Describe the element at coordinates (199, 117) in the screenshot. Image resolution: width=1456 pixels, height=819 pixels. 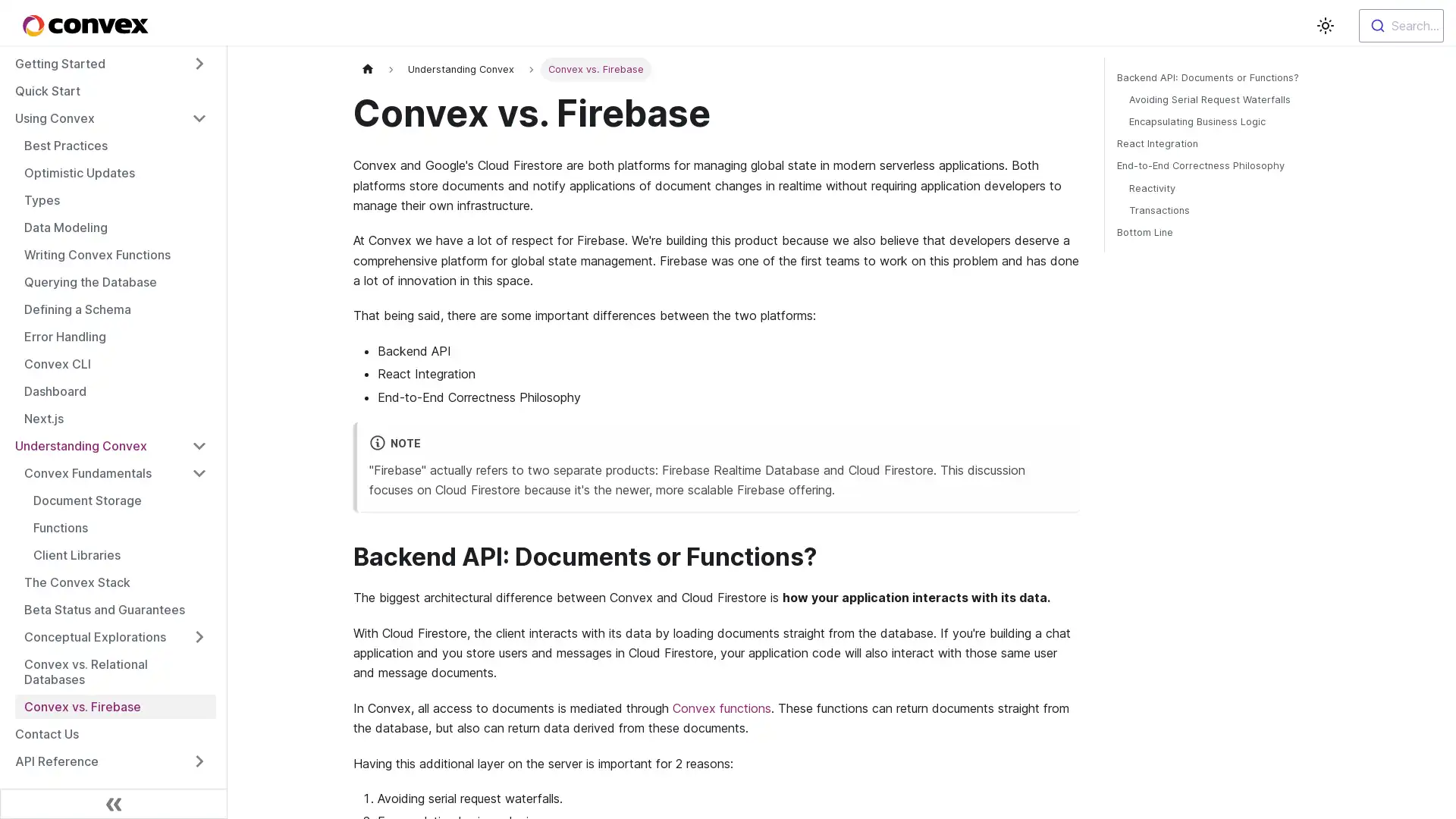
I see `Toggle the collapsible sidebar category 'Using Convex'` at that location.